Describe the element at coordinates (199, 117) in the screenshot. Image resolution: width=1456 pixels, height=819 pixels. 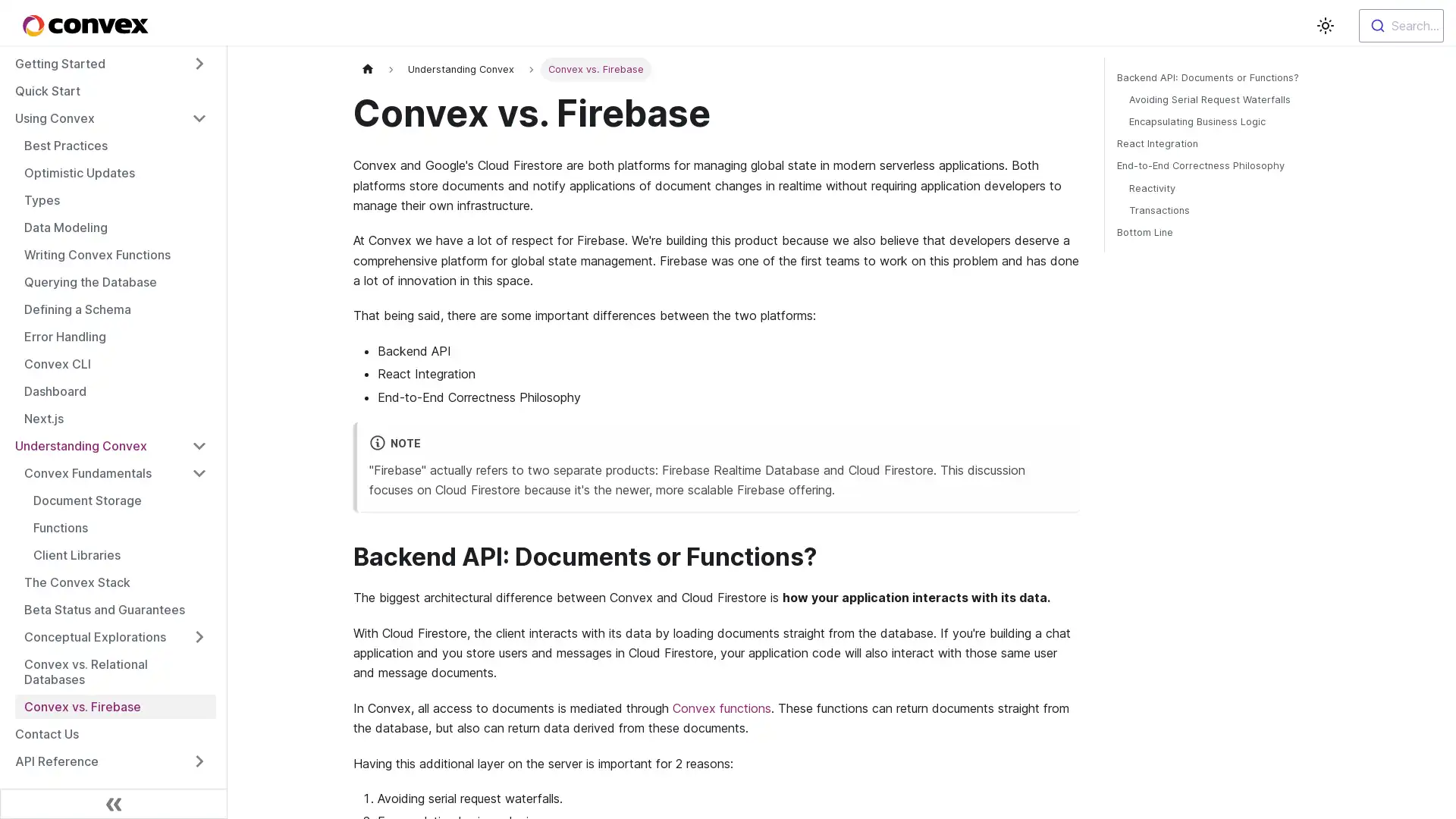
I see `Toggle the collapsible sidebar category 'Using Convex'` at that location.